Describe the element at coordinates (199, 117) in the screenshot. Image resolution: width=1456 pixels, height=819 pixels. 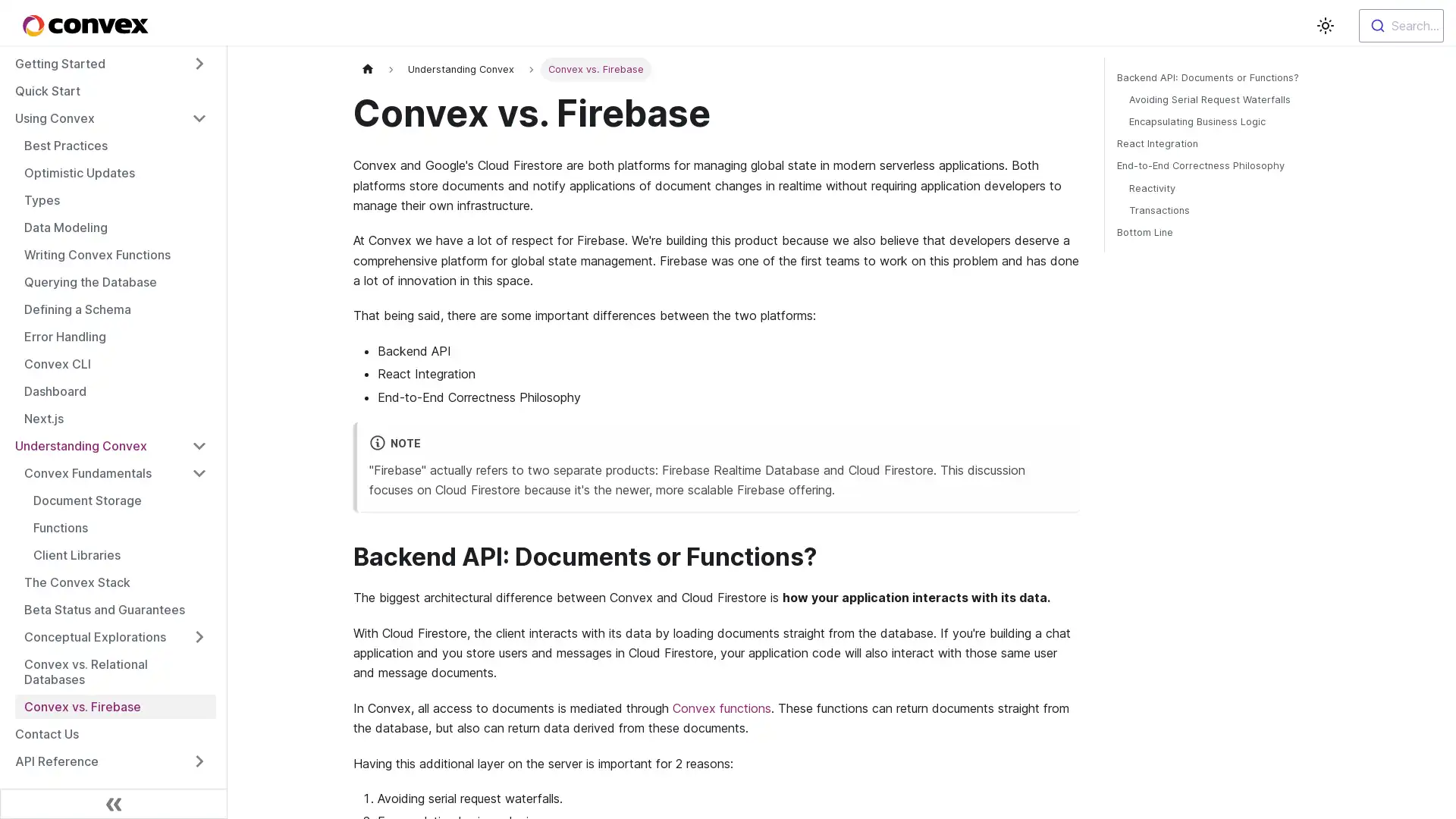
I see `Toggle the collapsible sidebar category 'Using Convex'` at that location.